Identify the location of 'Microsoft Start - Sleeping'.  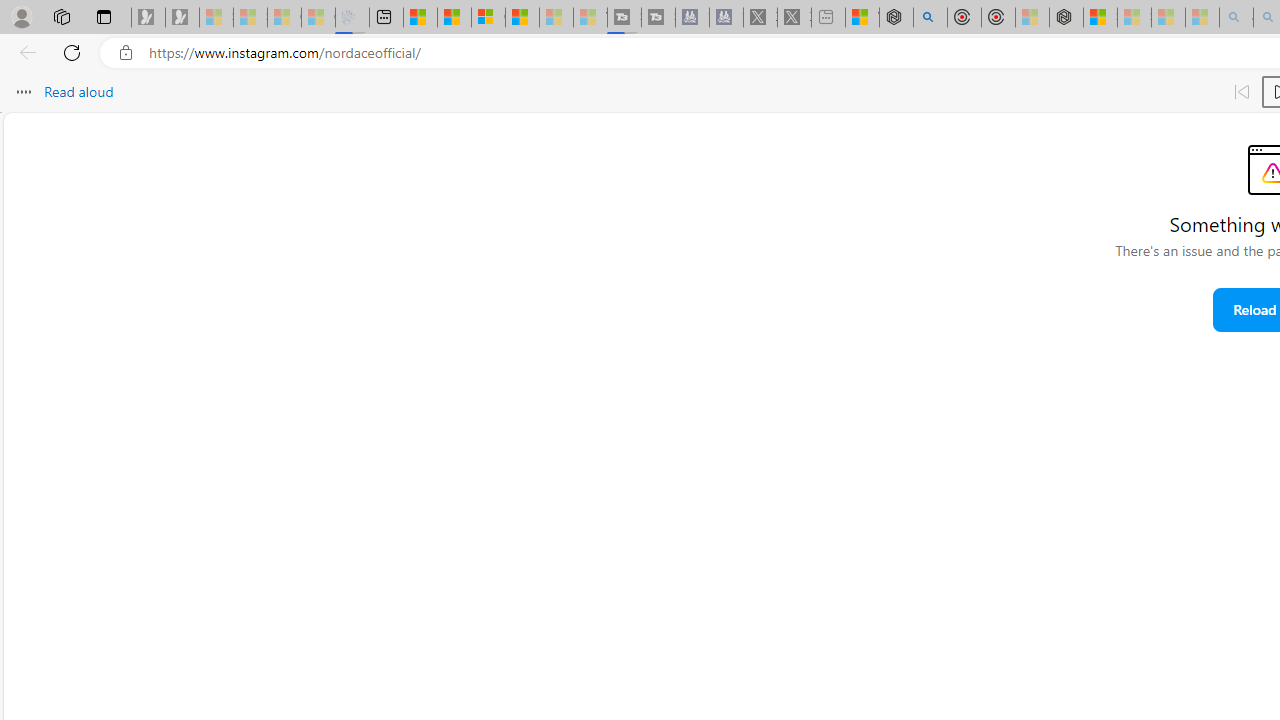
(556, 17).